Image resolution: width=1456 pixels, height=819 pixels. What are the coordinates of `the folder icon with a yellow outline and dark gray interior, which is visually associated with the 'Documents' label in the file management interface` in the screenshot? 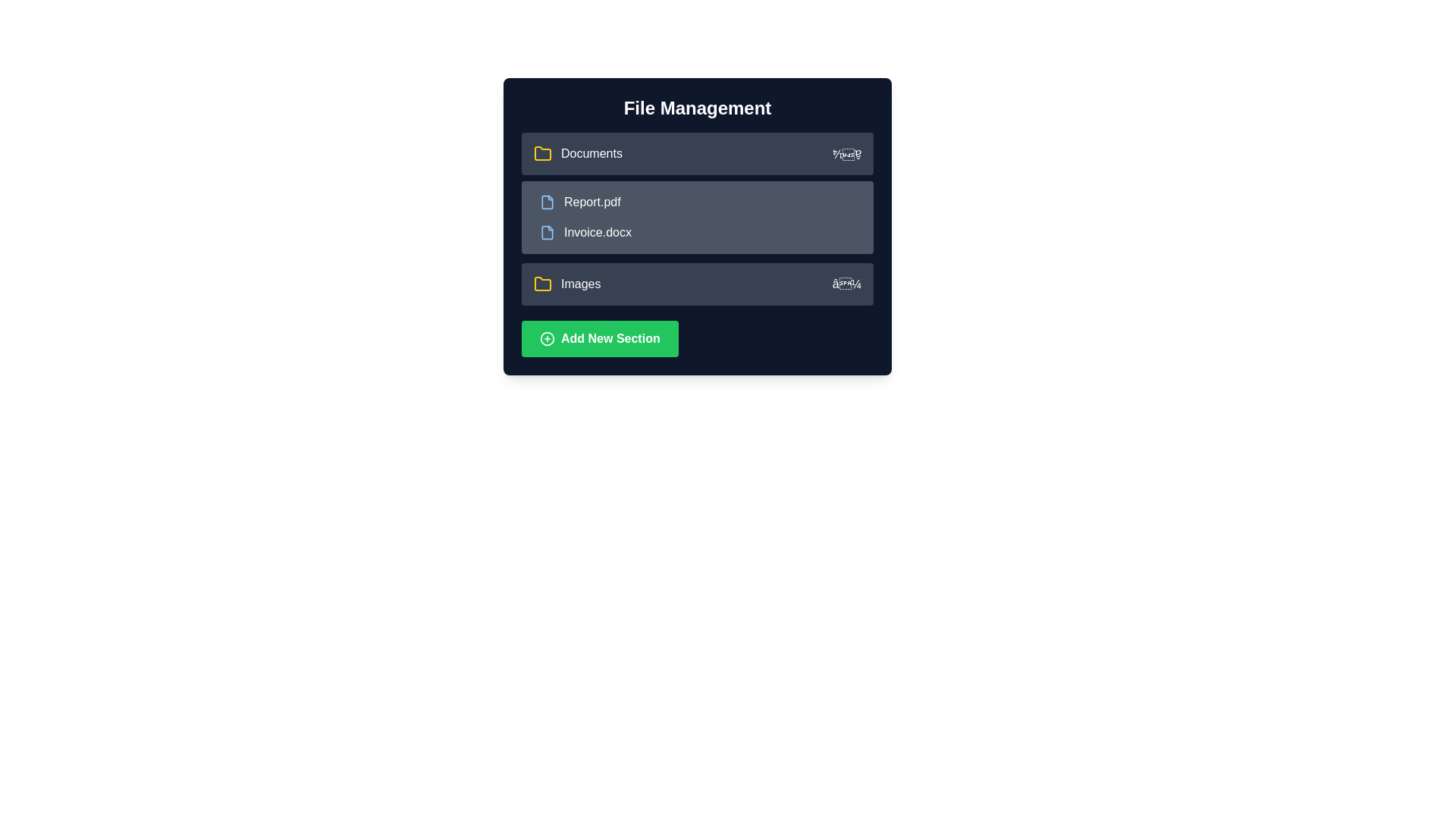 It's located at (542, 284).